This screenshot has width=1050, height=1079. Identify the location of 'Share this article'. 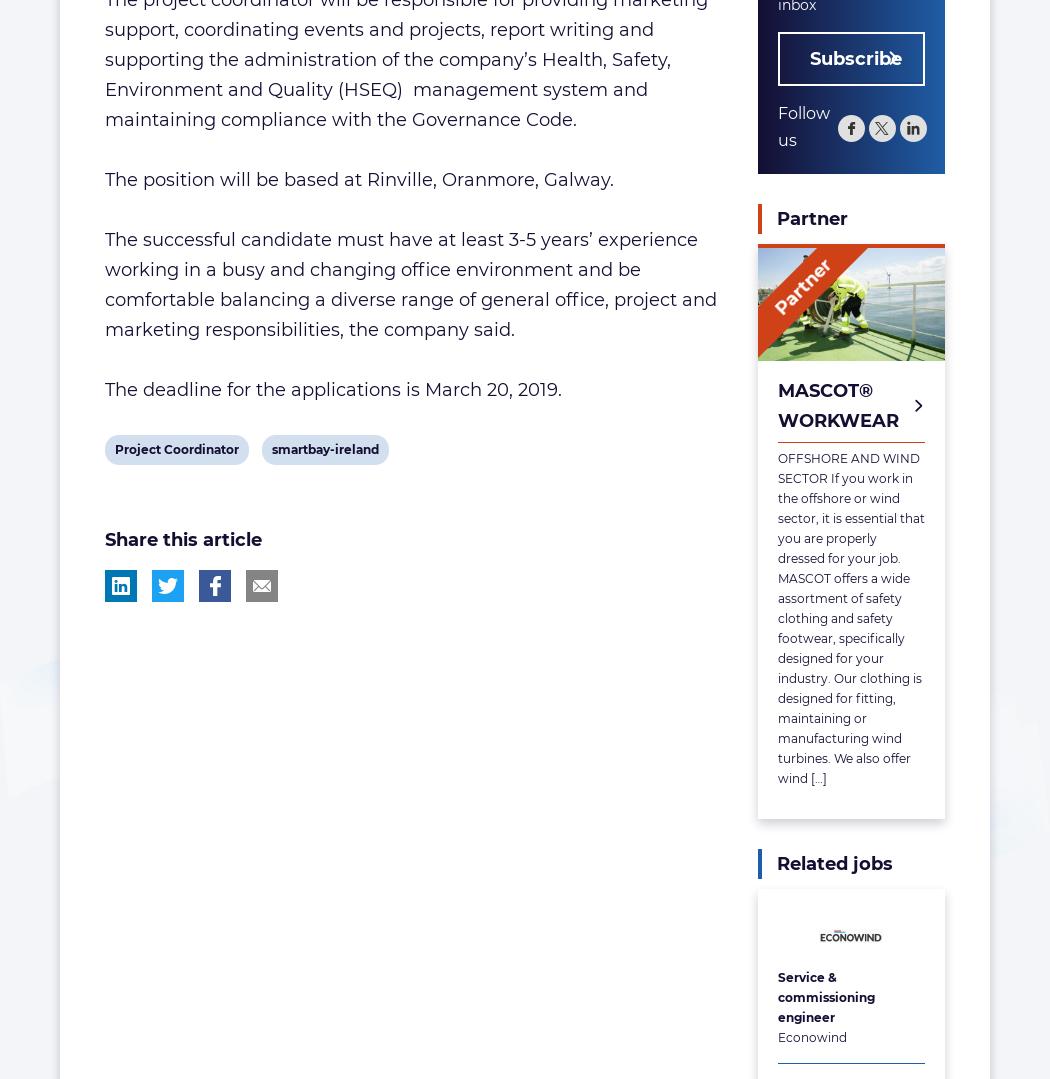
(105, 540).